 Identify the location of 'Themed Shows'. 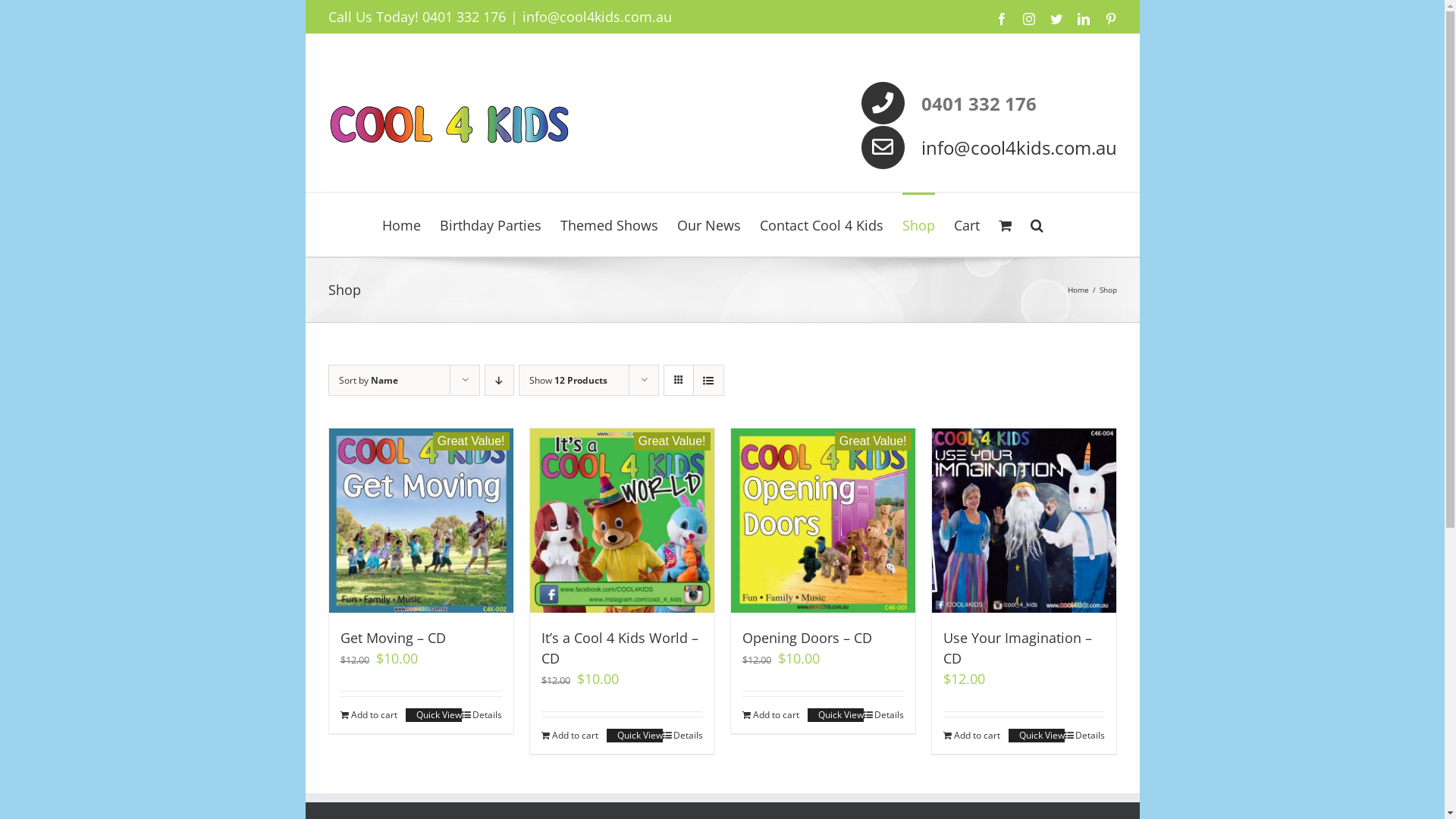
(609, 224).